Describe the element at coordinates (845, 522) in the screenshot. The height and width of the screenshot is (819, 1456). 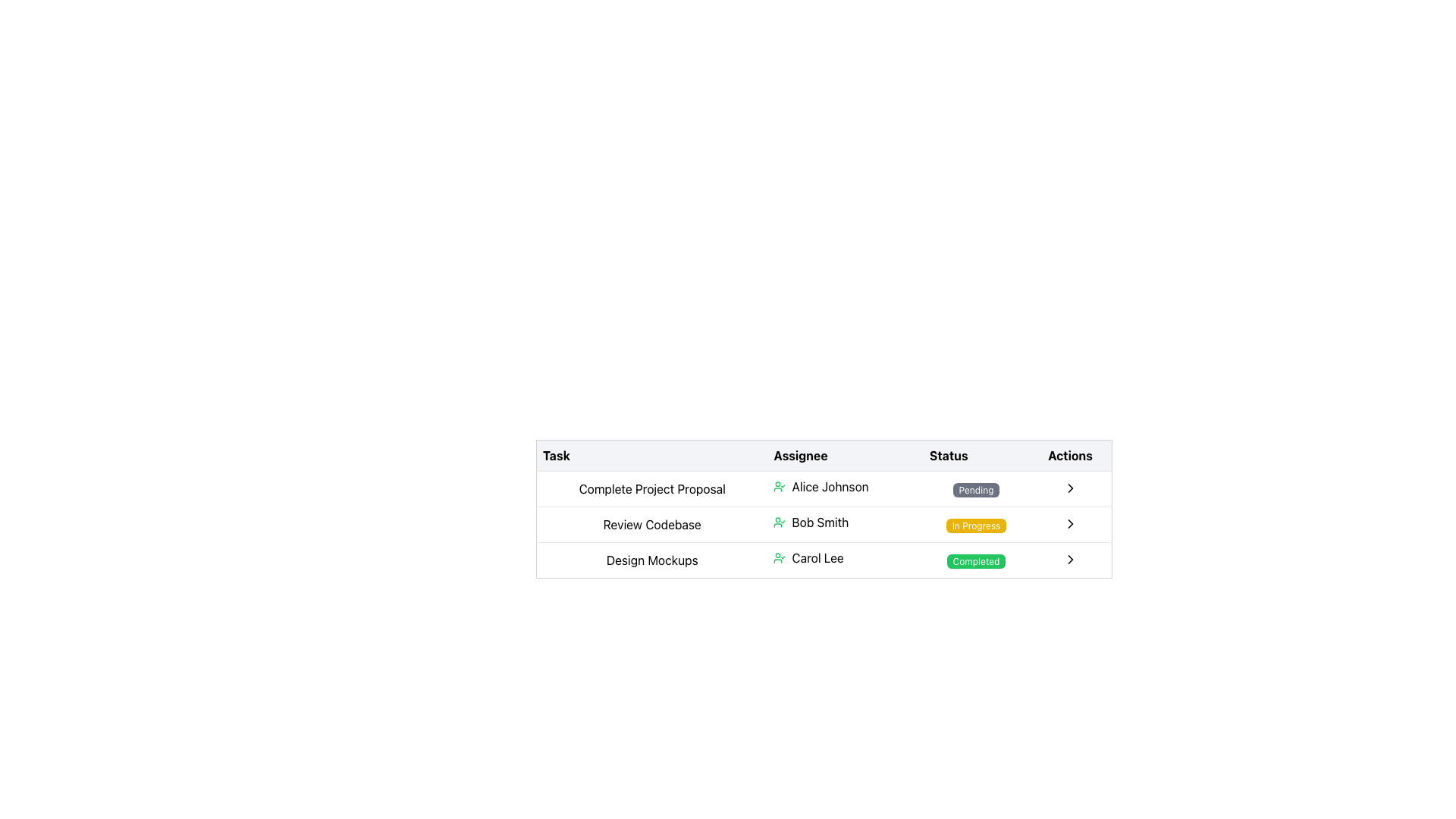
I see `the label with the text 'Bob Smith' and user icon in the Assignee column of the Review Codebase row` at that location.